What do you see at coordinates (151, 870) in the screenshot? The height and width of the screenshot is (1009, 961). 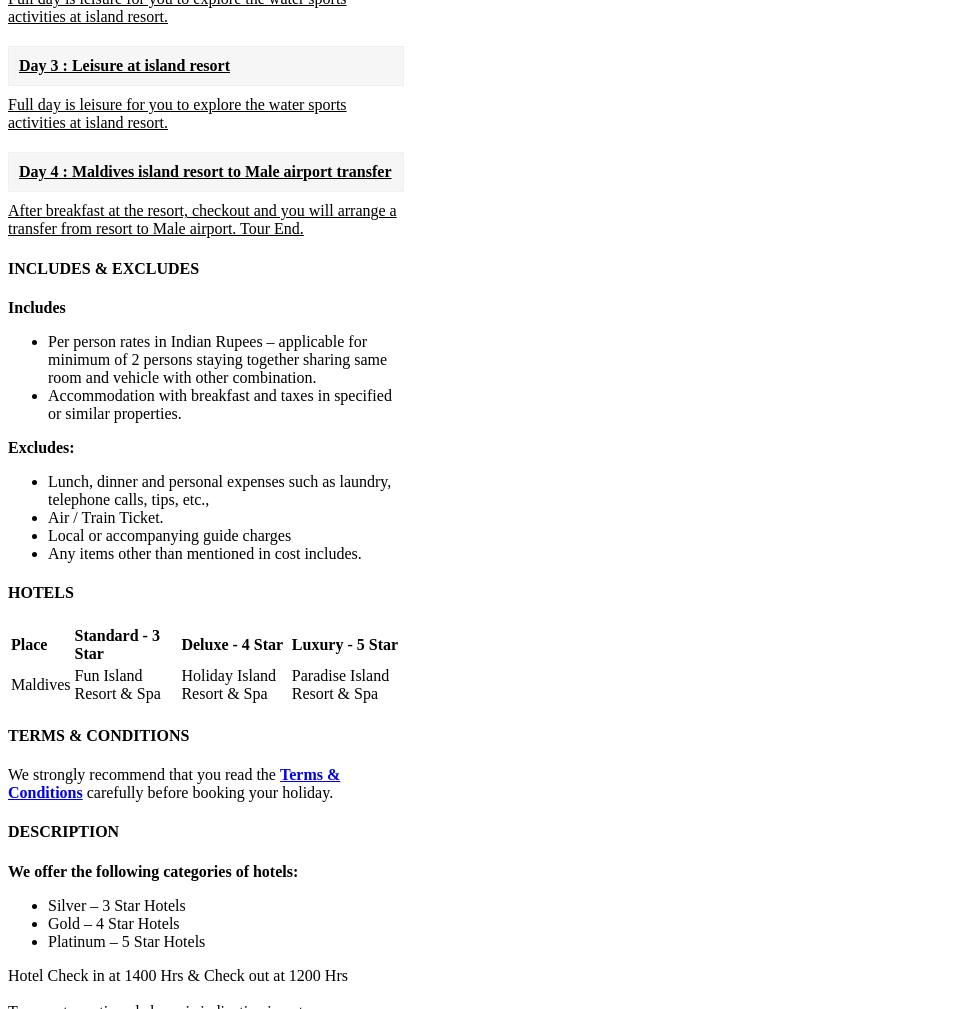 I see `'We offer the following categories of hotels:'` at bounding box center [151, 870].